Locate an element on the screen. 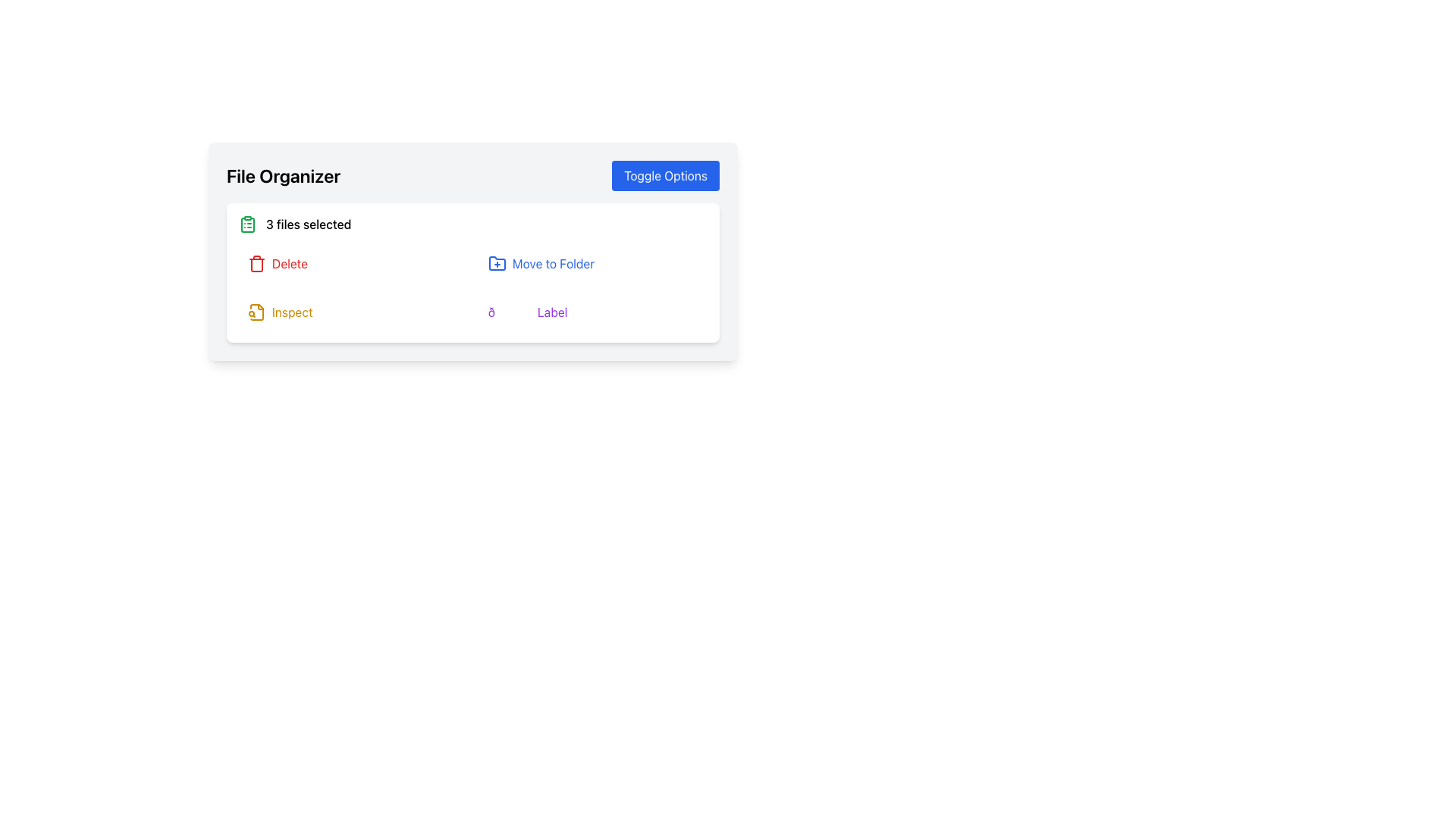 The height and width of the screenshot is (819, 1456). the 'Move to Folder' button, which contains the icon indicating the action of moving items into a folder, located in the center-left area of the button is located at coordinates (497, 262).